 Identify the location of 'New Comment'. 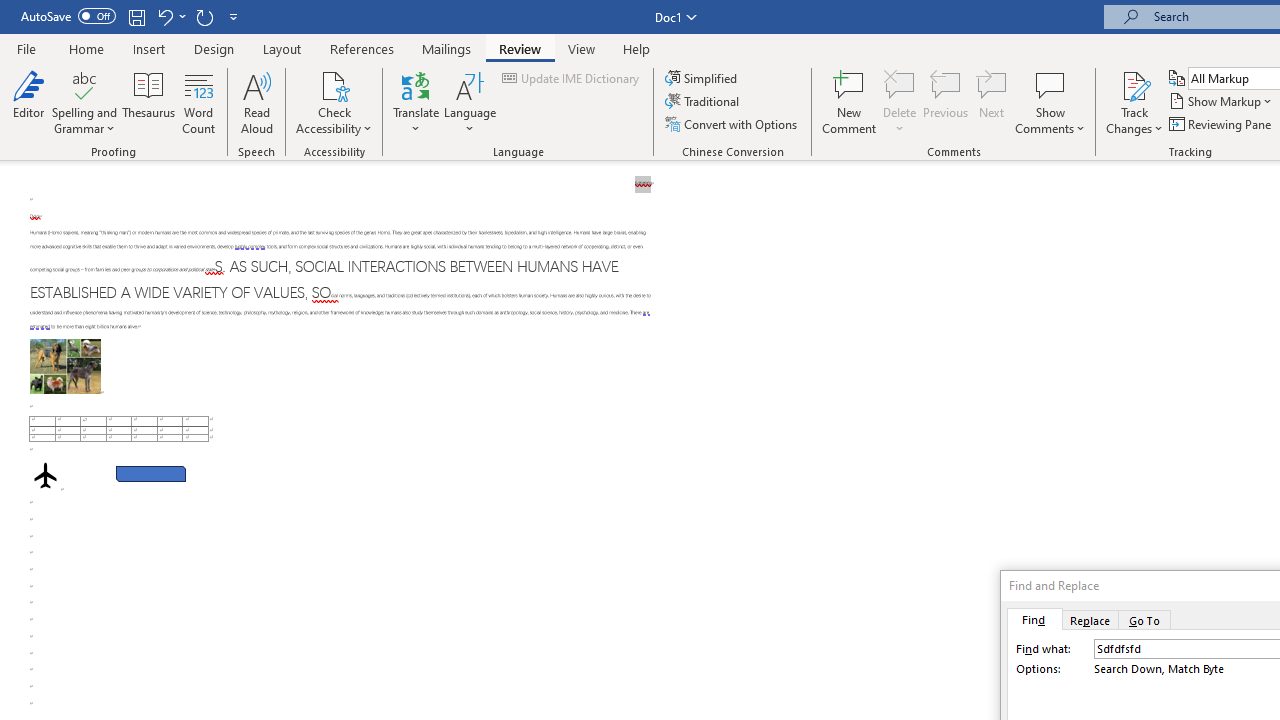
(849, 103).